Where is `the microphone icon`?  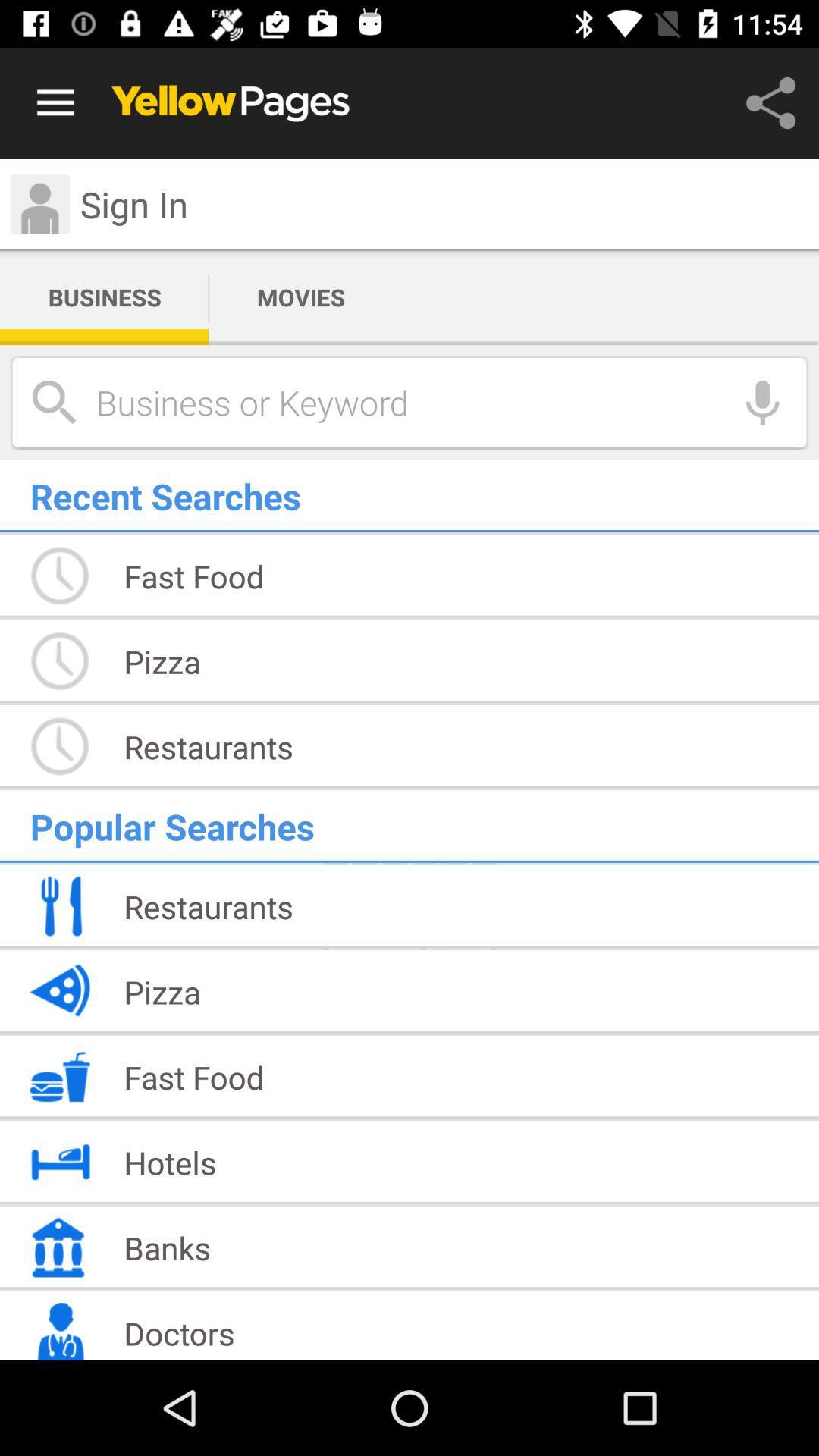
the microphone icon is located at coordinates (762, 403).